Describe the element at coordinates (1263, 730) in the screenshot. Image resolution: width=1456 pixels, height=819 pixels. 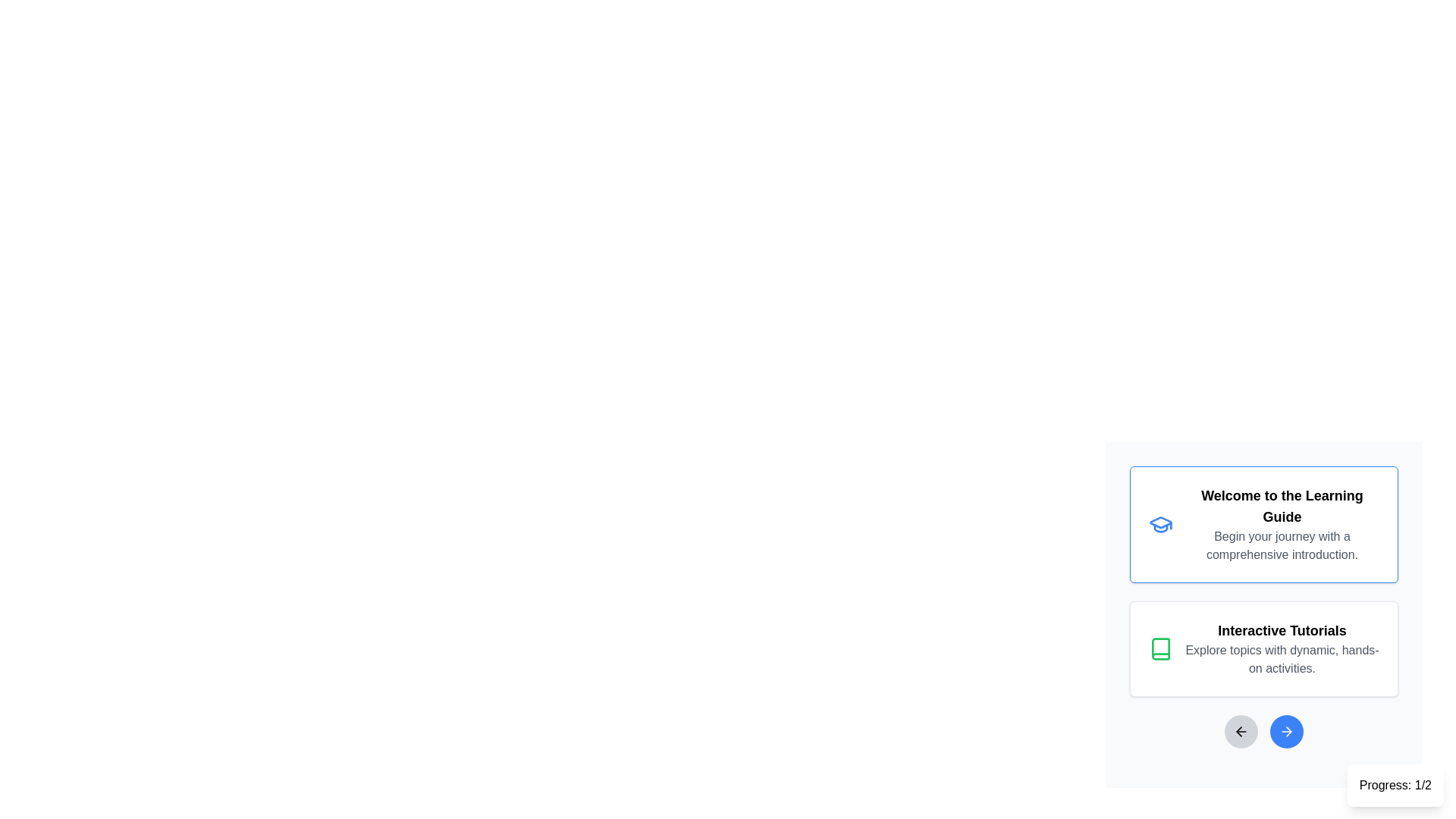
I see `the right button of the Navigation control located at the bottom of the content area` at that location.